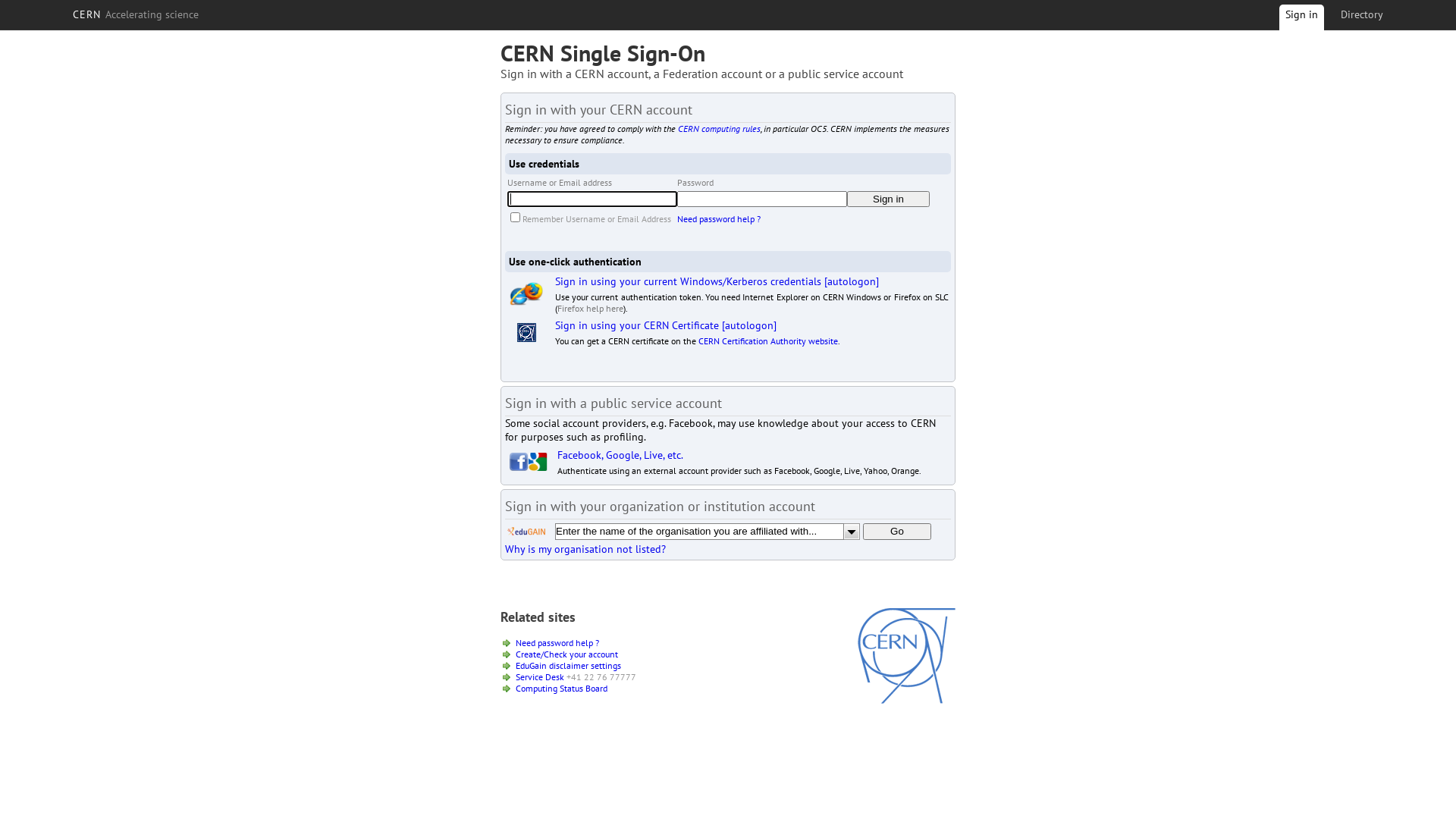 Image resolution: width=1456 pixels, height=819 pixels. Describe the element at coordinates (589, 307) in the screenshot. I see `'Firefox help here'` at that location.